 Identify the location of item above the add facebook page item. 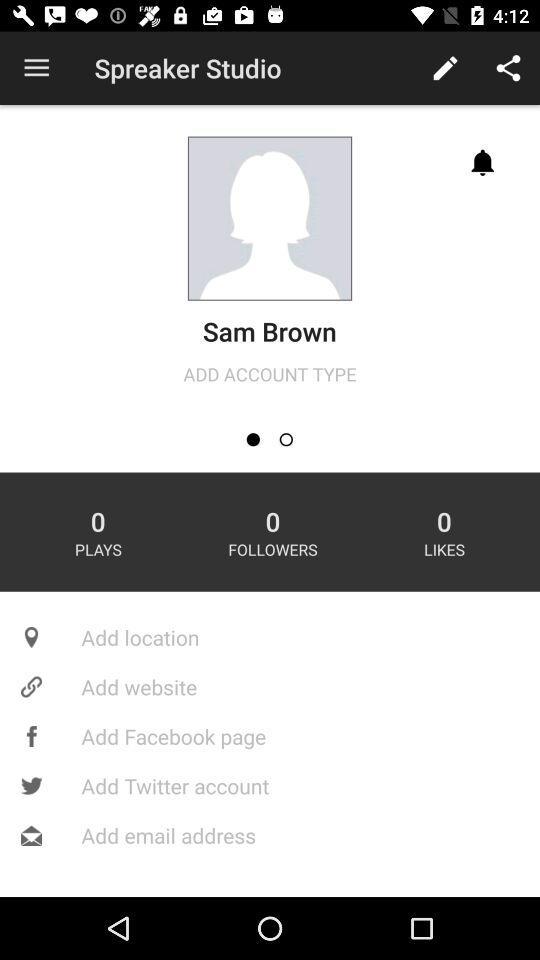
(270, 686).